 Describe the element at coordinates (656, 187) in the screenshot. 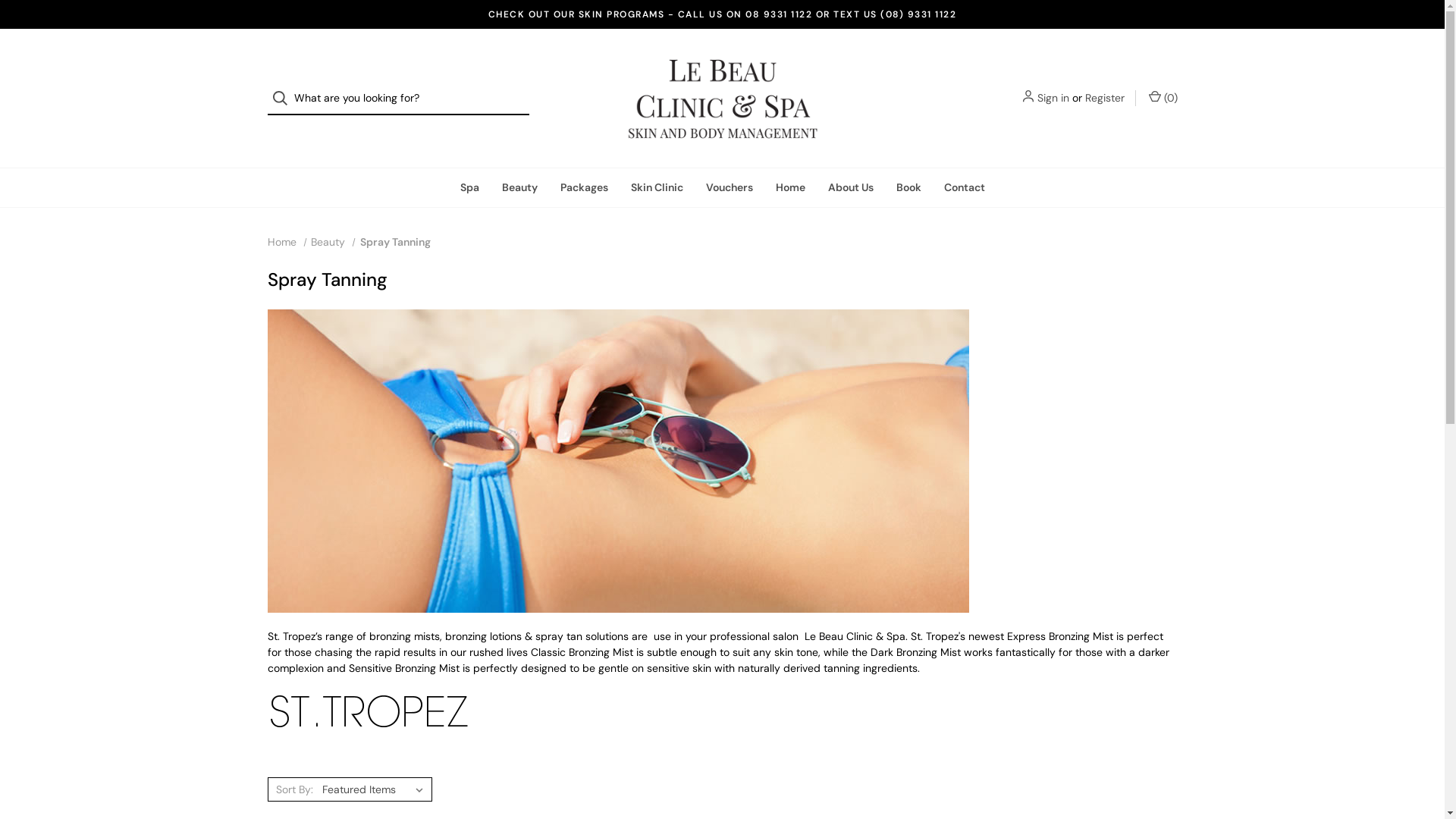

I see `'Skin Clinic'` at that location.